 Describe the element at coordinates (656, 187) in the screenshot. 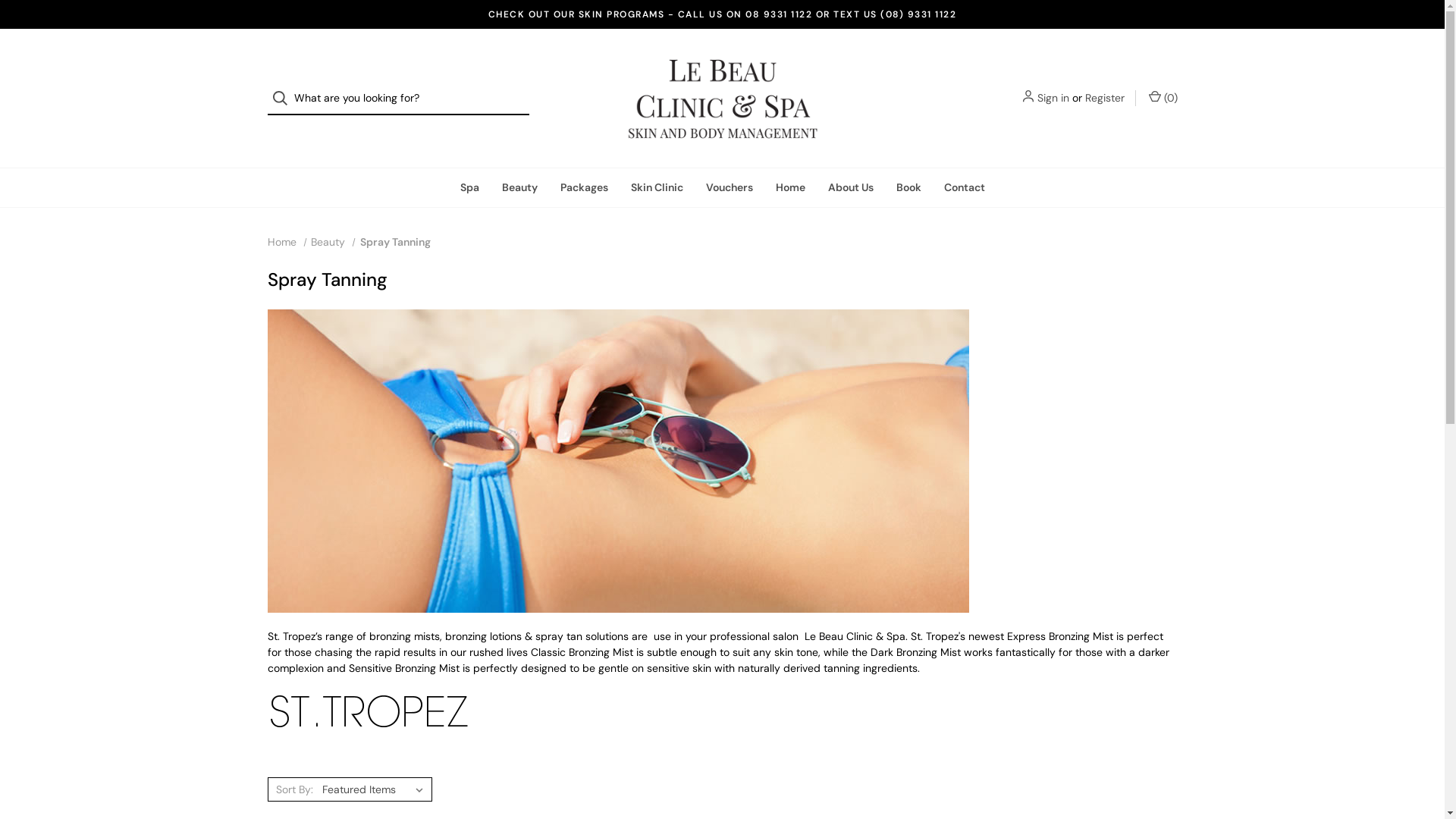

I see `'Skin Clinic'` at that location.